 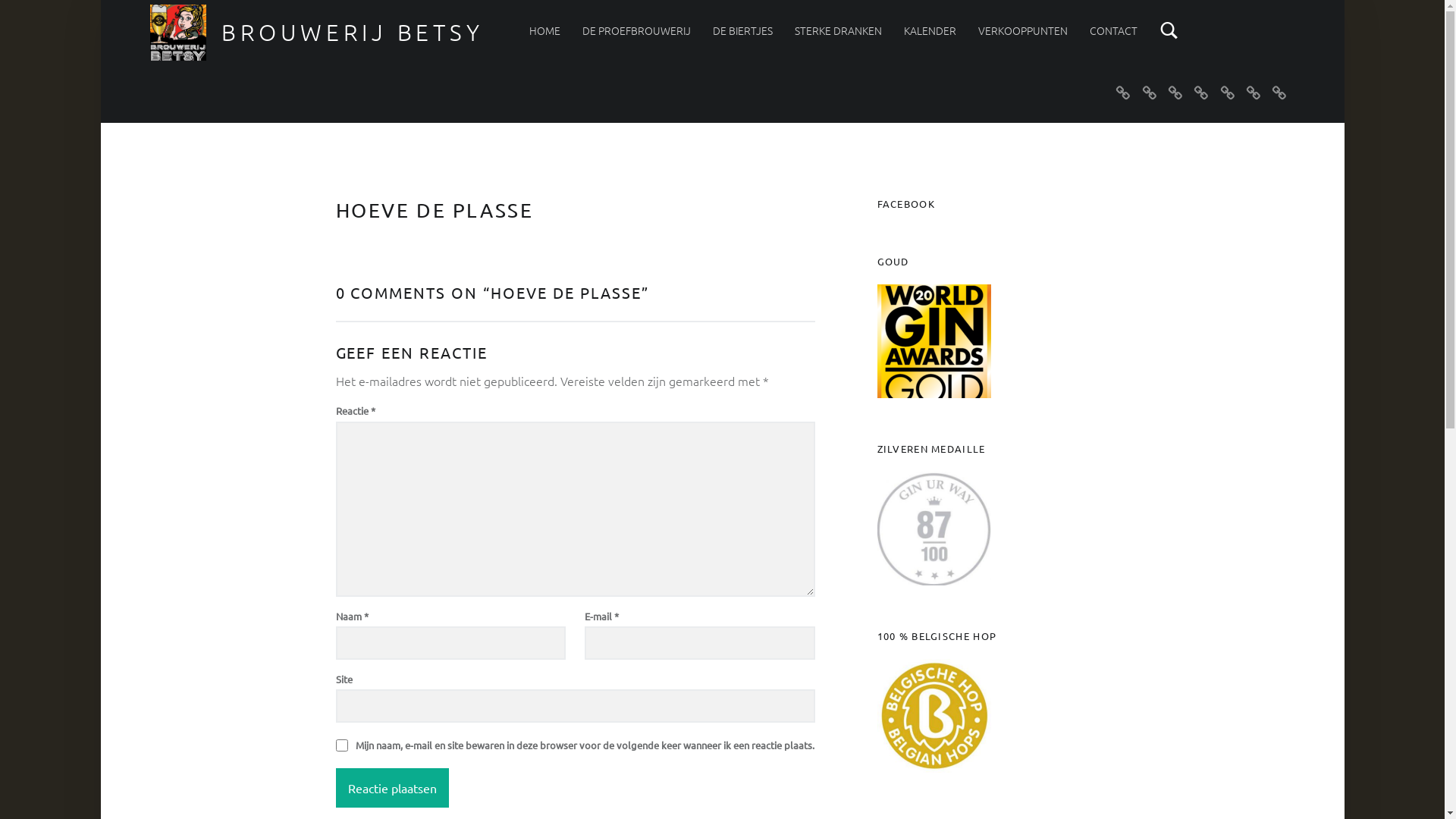 What do you see at coordinates (582, 30) in the screenshot?
I see `'DE PROEFBROUWERIJ'` at bounding box center [582, 30].